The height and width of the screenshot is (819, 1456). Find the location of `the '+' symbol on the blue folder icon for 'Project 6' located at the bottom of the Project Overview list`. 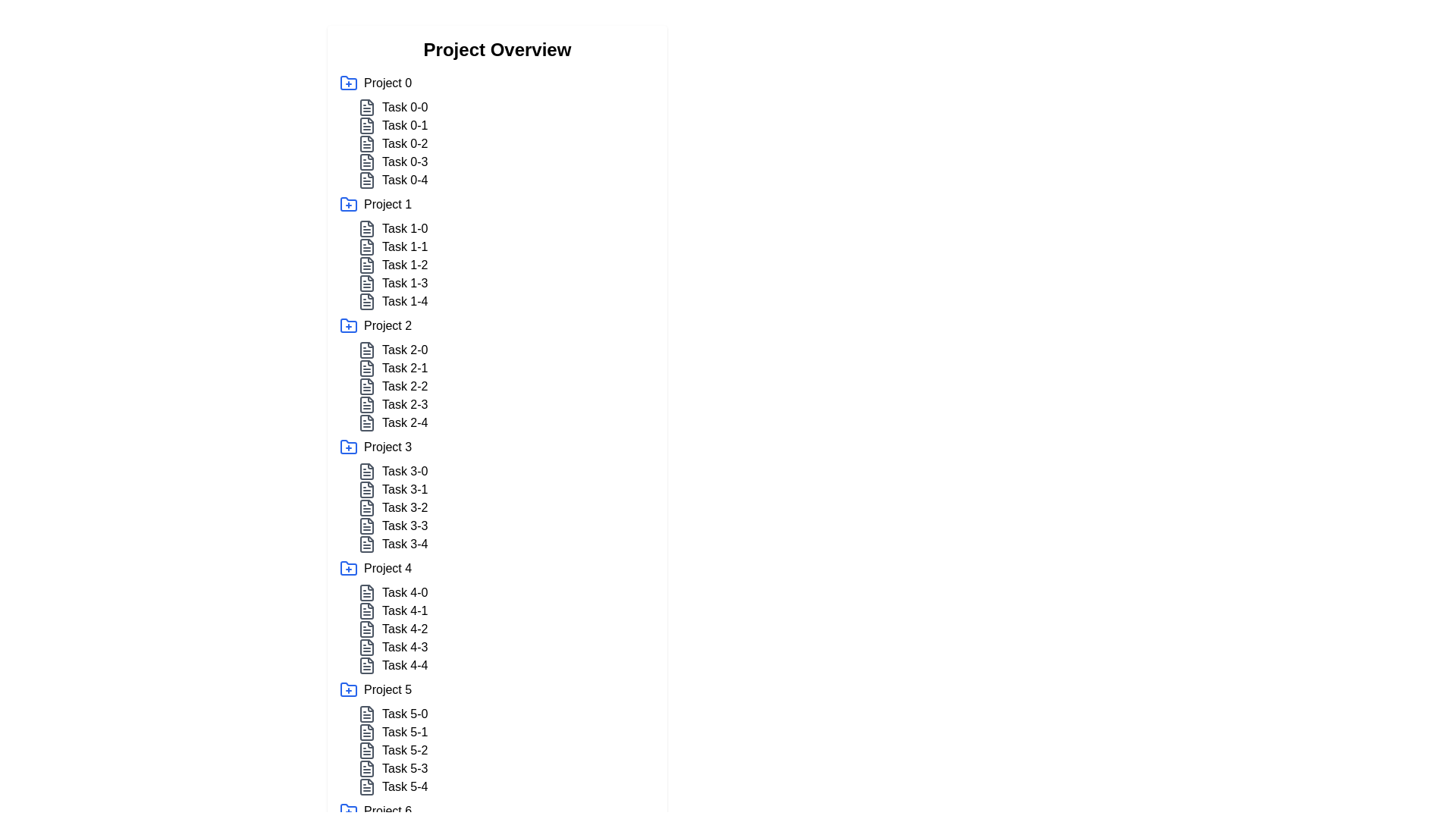

the '+' symbol on the blue folder icon for 'Project 6' located at the bottom of the Project Overview list is located at coordinates (348, 809).